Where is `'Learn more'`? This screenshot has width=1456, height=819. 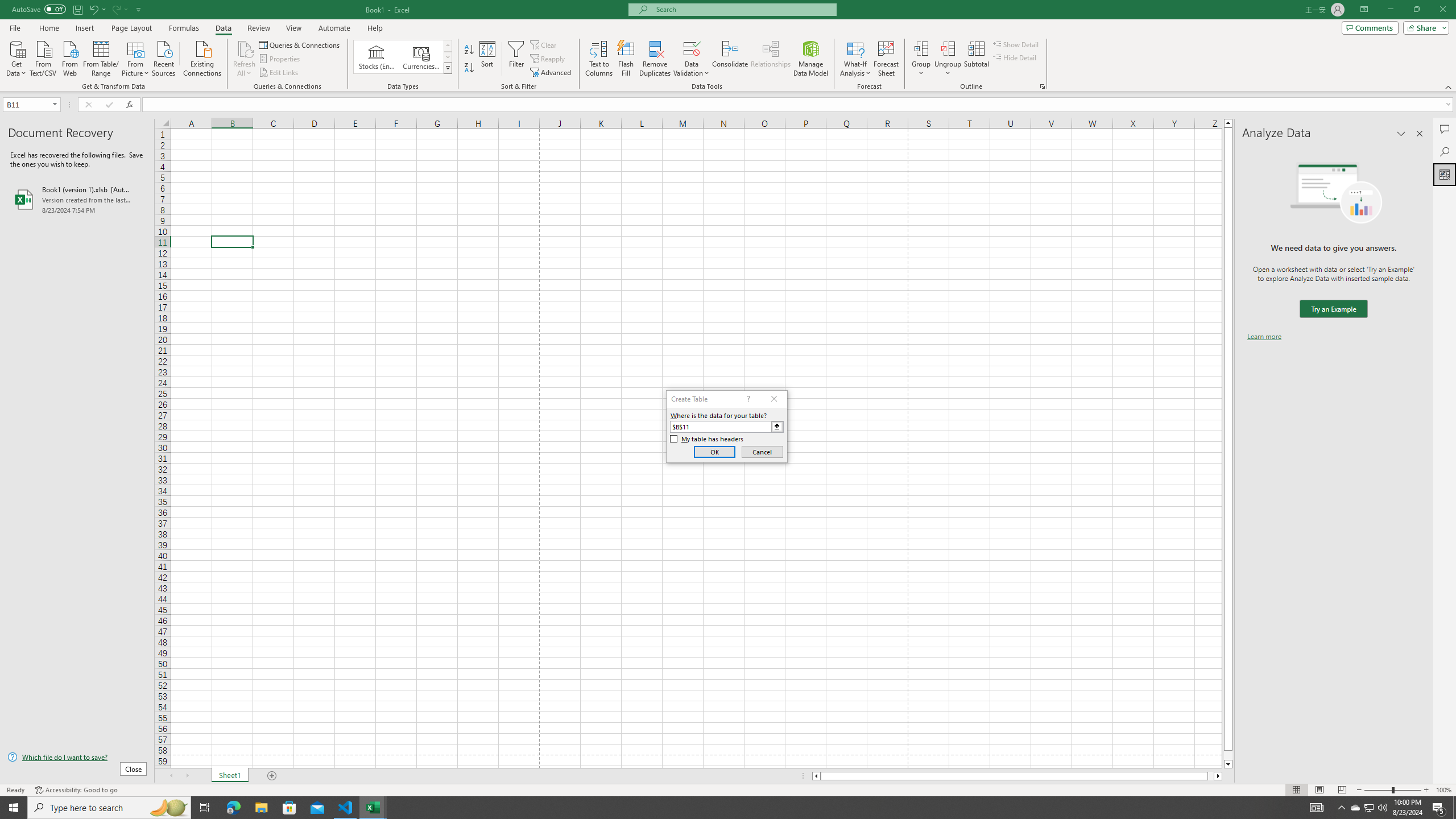 'Learn more' is located at coordinates (1264, 336).